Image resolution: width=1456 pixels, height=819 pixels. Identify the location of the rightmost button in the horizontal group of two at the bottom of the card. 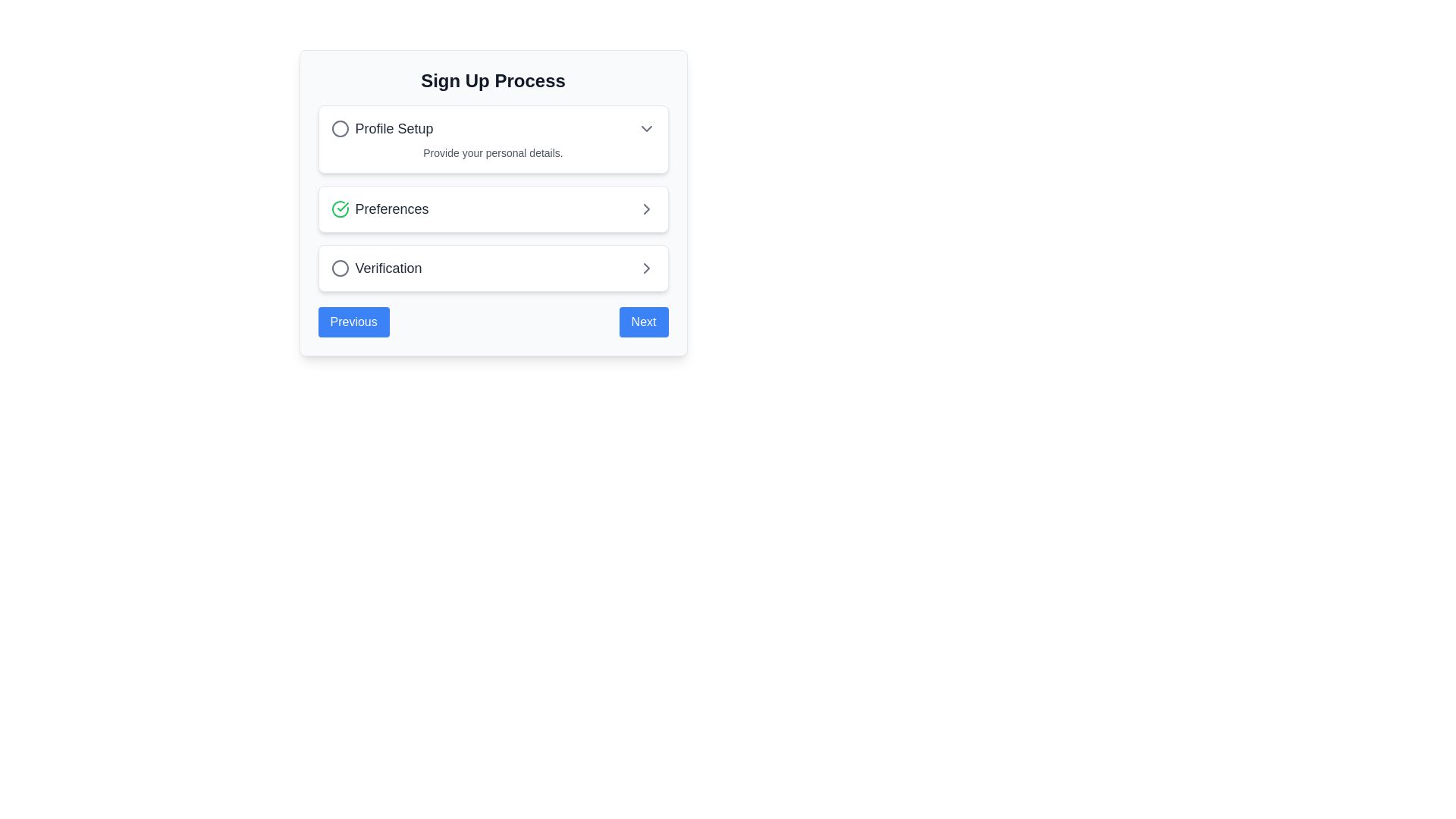
(644, 321).